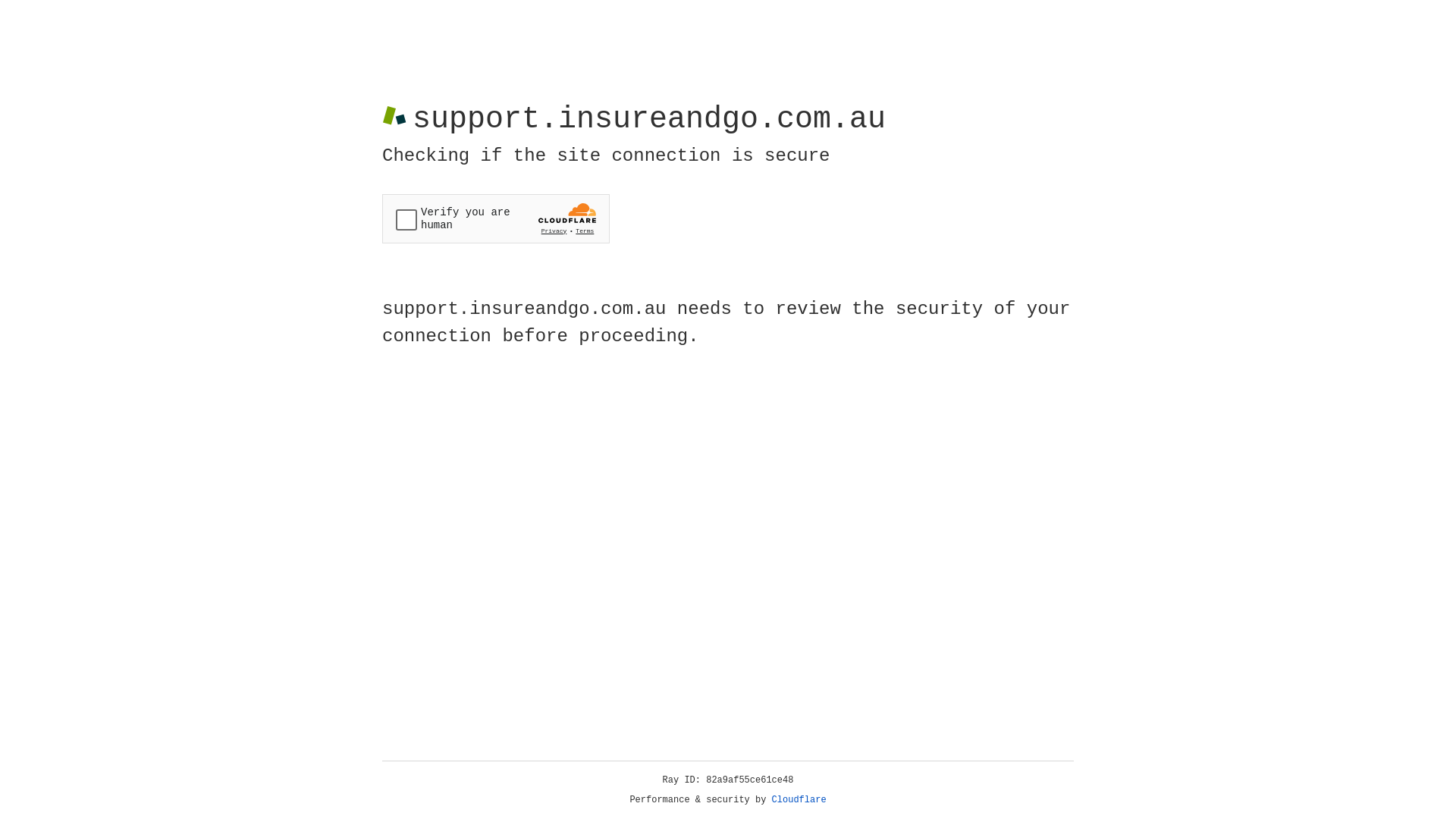 This screenshot has height=819, width=1456. What do you see at coordinates (495, 218) in the screenshot?
I see `'Widget containing a Cloudflare security challenge'` at bounding box center [495, 218].